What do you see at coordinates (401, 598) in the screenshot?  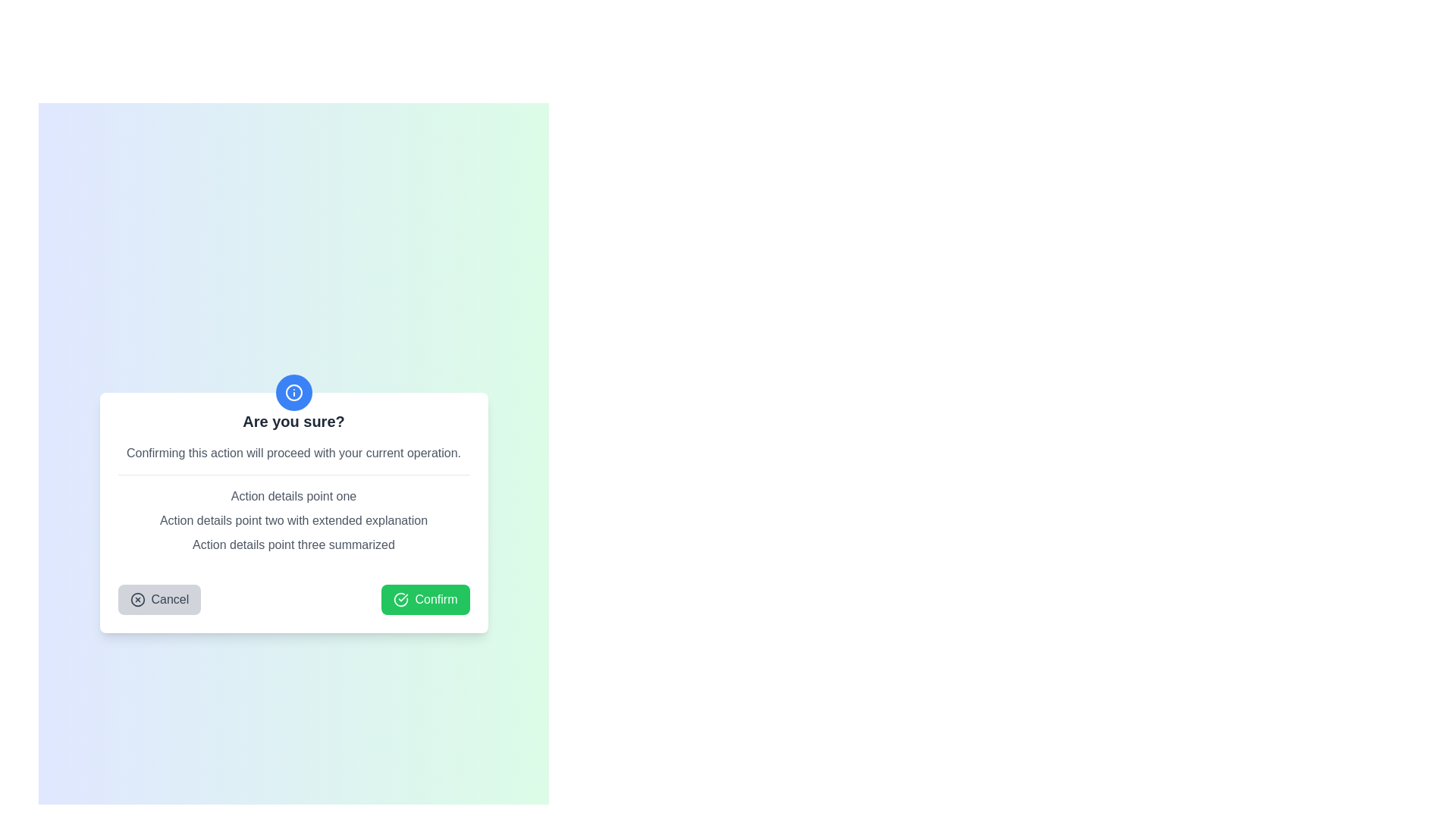 I see `the approval icon located to the left of the 'Confirm' text on the green confirmation button at the bottom-right of the modal dialog, if it is interactive` at bounding box center [401, 598].